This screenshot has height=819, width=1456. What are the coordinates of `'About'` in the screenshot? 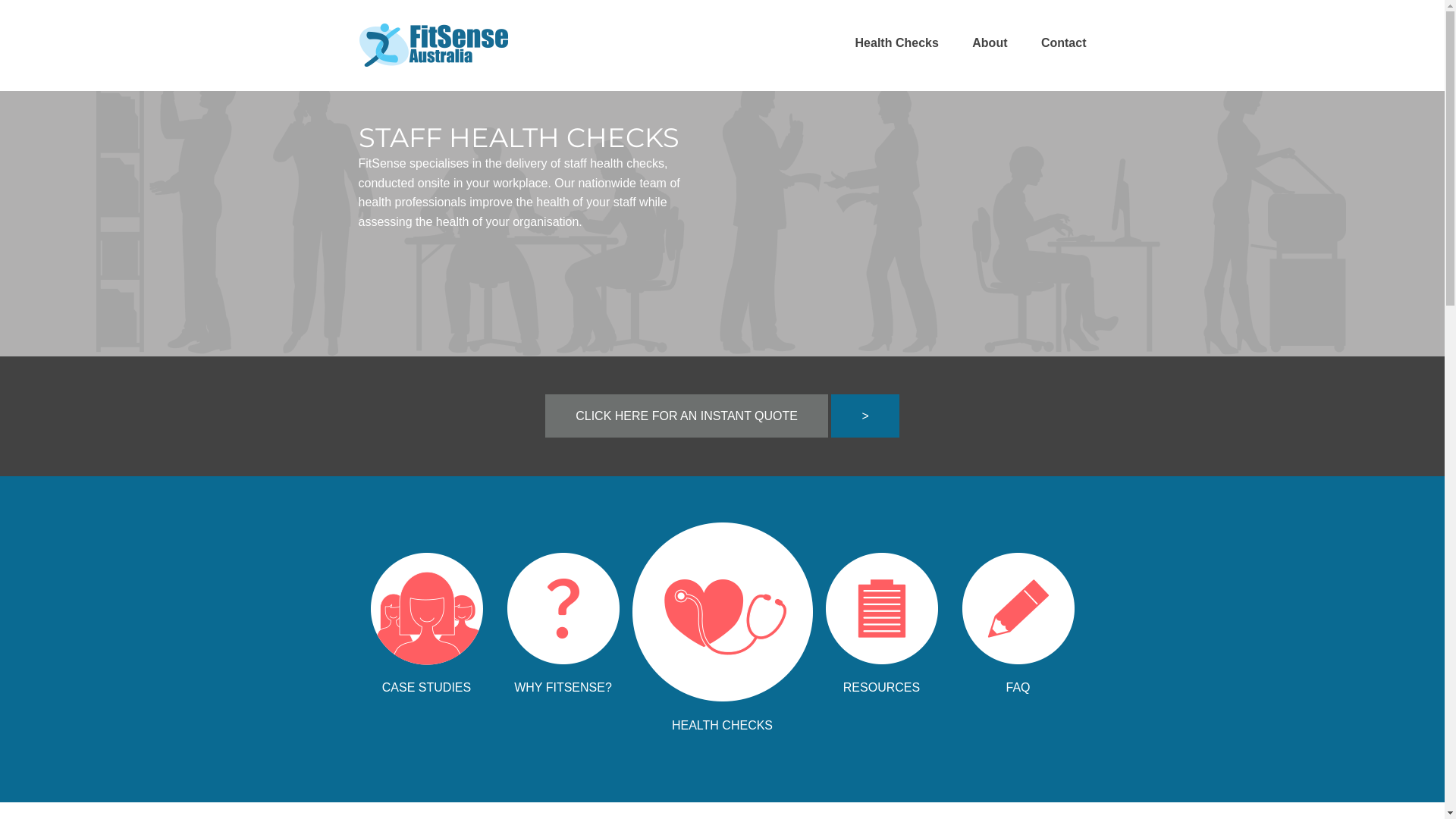 It's located at (990, 42).